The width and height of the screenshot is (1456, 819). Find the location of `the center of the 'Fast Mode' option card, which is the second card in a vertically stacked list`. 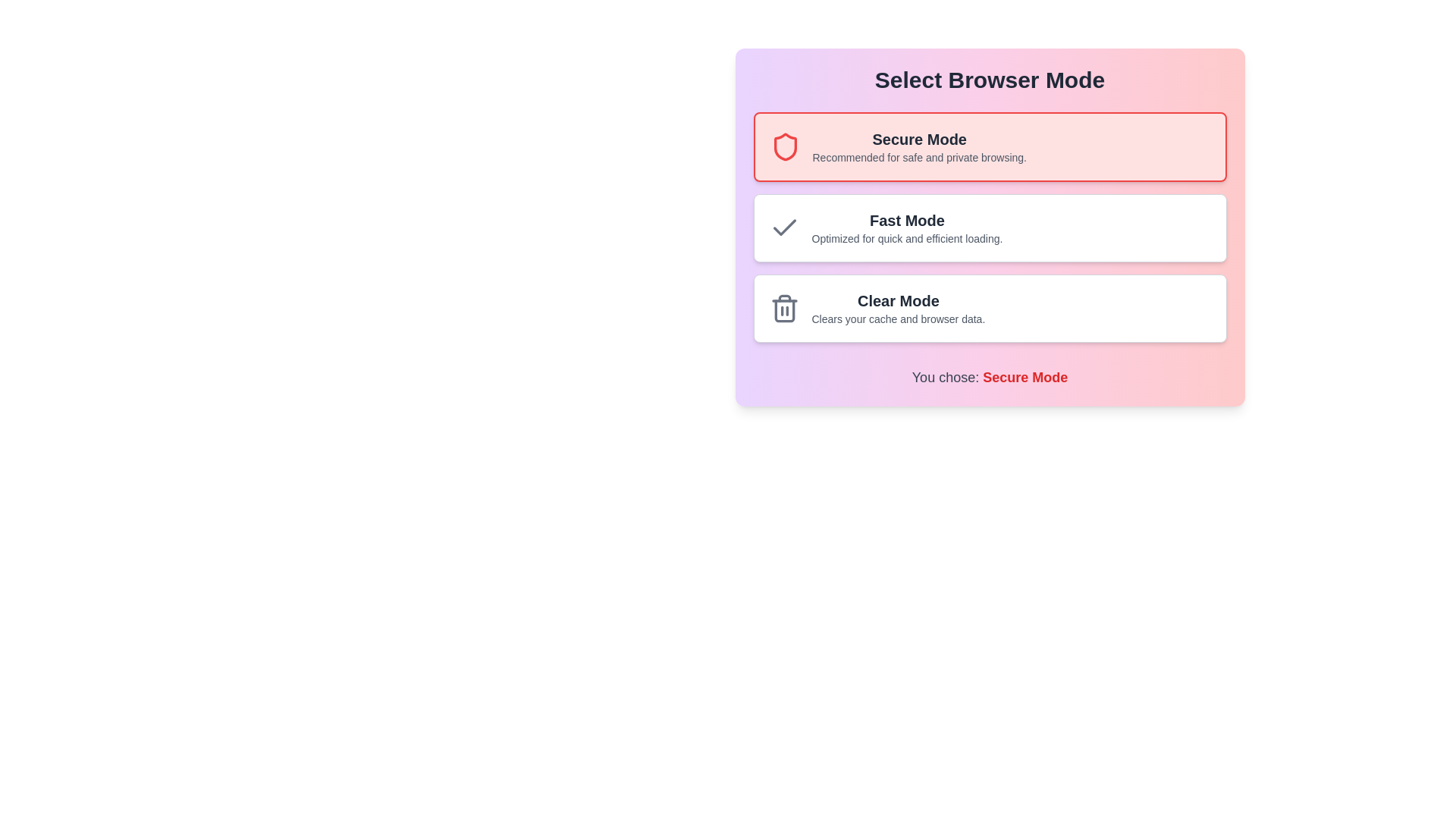

the center of the 'Fast Mode' option card, which is the second card in a vertically stacked list is located at coordinates (990, 227).